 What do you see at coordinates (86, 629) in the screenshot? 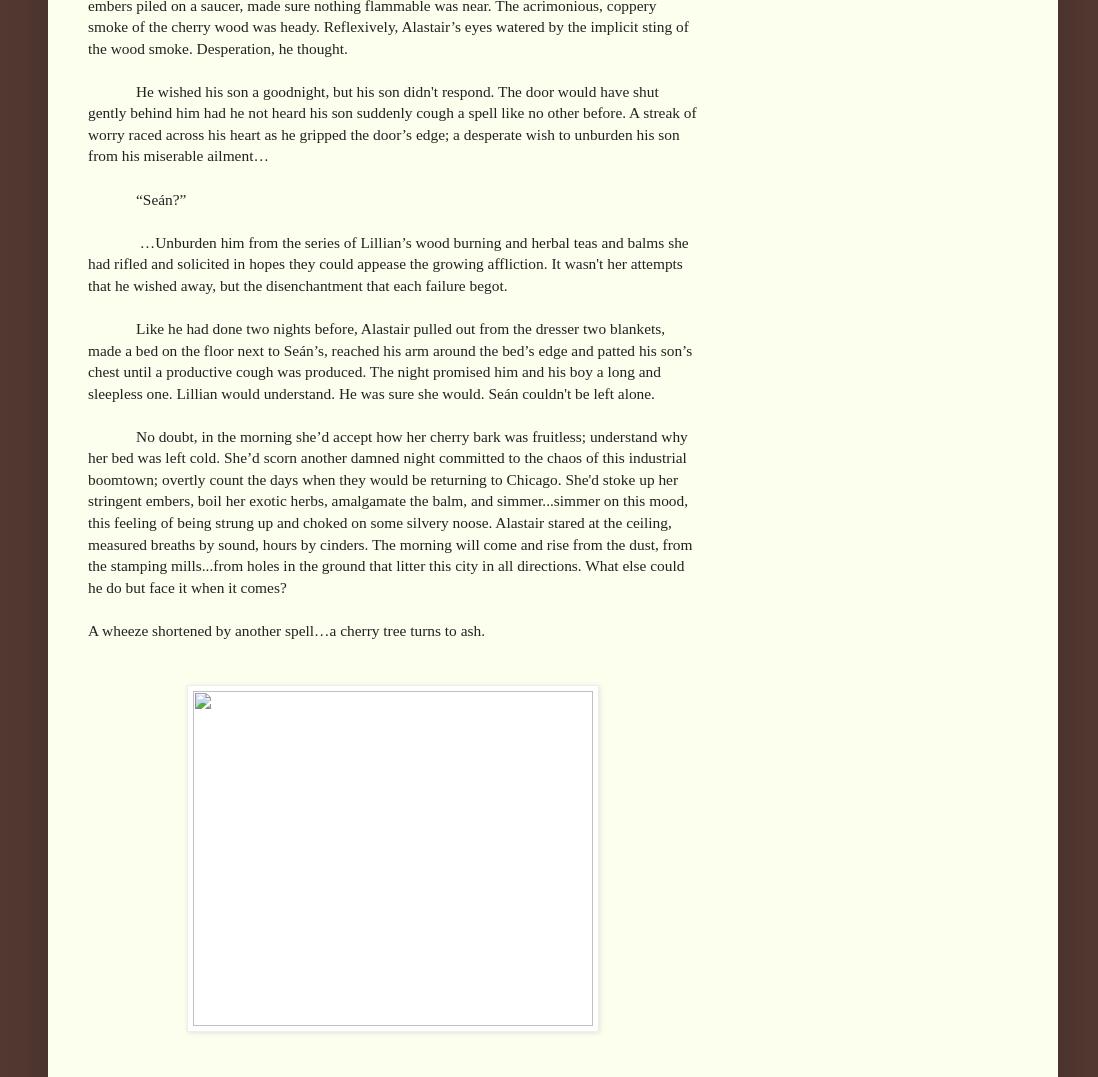
I see `'A wheeze shortened by another spell…a cherry tree turns to ash.'` at bounding box center [86, 629].